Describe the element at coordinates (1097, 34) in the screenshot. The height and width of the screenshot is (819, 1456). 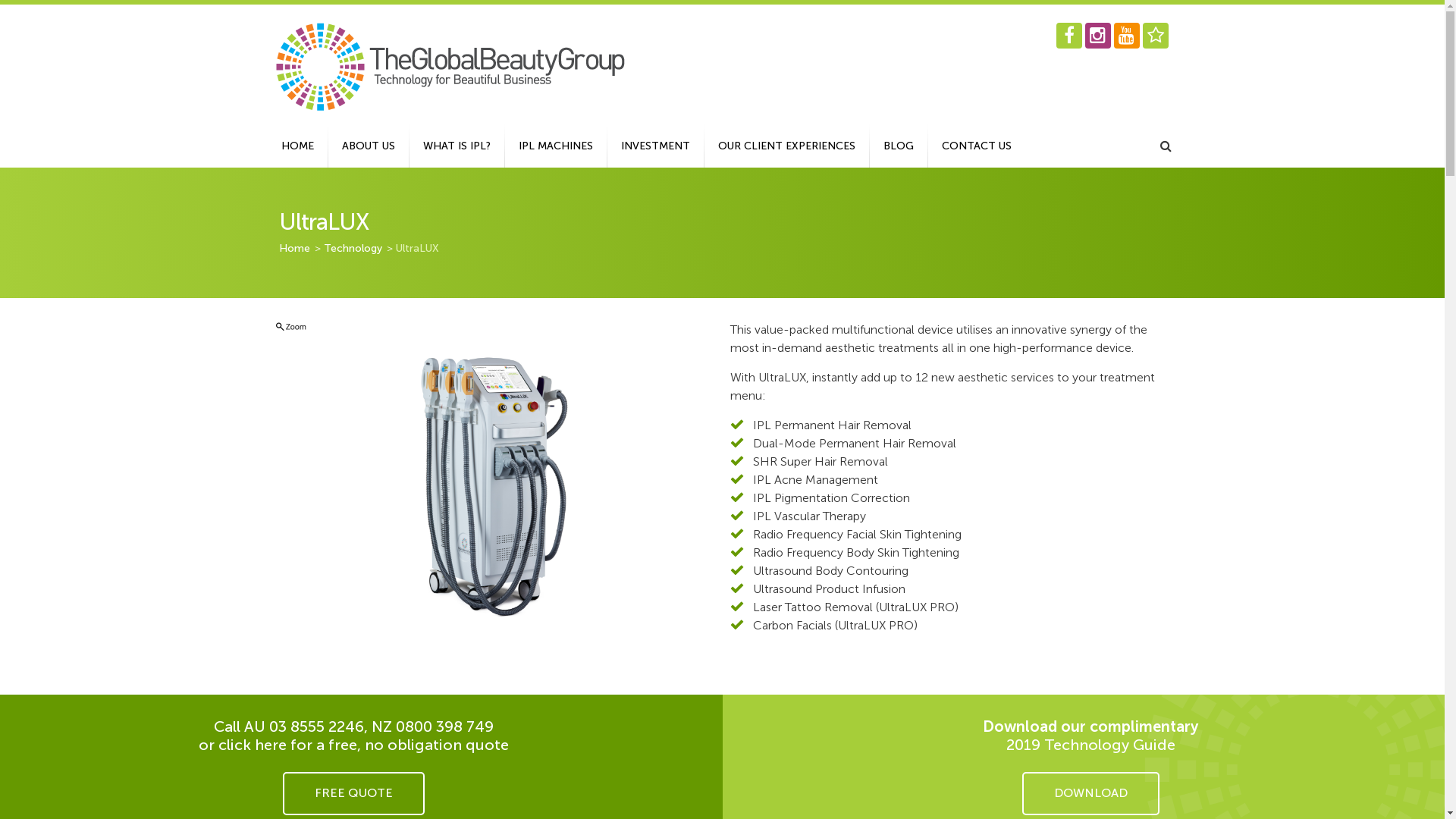
I see `'Instagram'` at that location.